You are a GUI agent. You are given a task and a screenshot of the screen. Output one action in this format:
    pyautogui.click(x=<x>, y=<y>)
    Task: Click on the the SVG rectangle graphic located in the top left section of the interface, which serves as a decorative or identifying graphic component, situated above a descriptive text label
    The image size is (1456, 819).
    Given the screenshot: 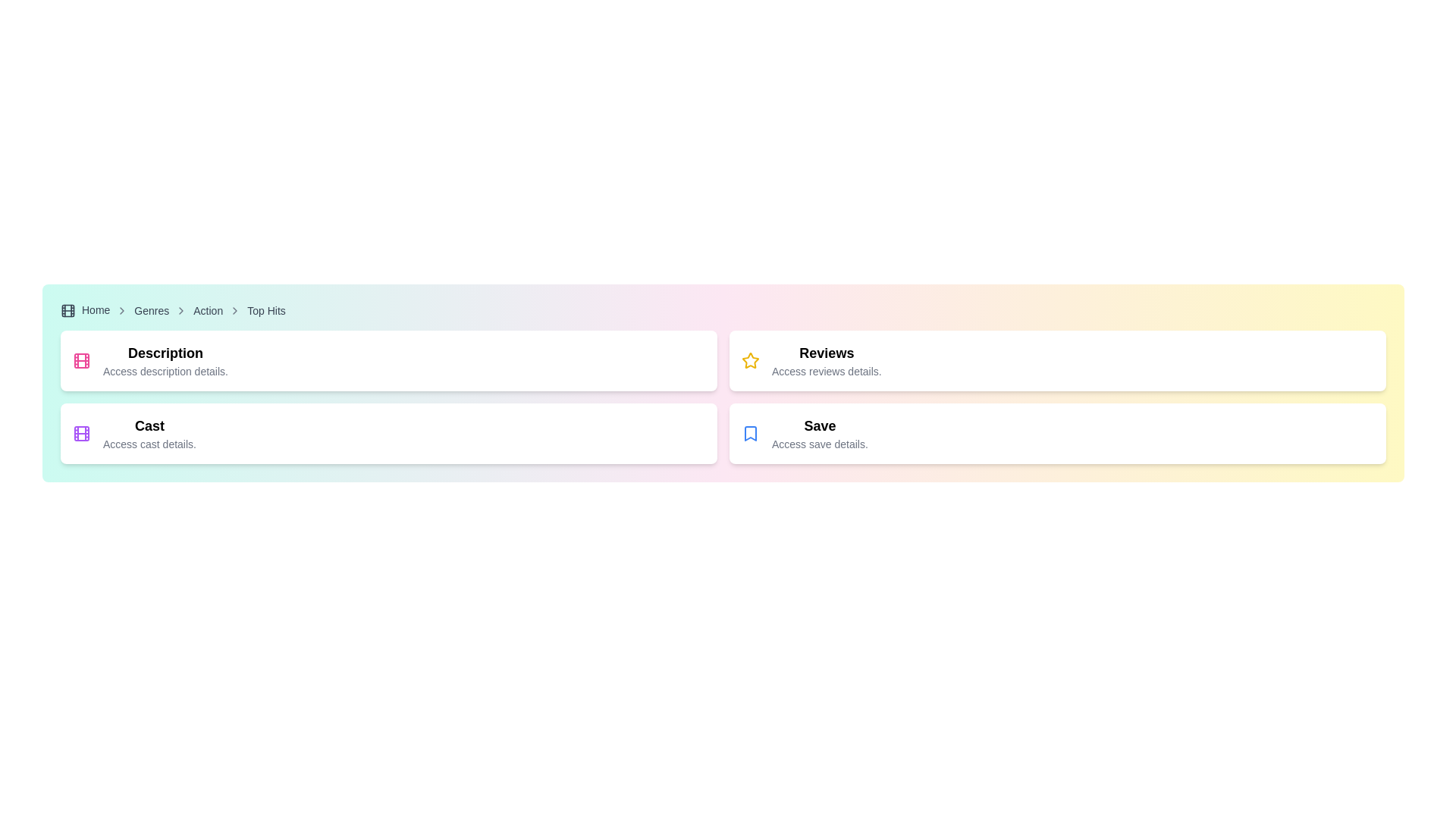 What is the action you would take?
    pyautogui.click(x=81, y=360)
    